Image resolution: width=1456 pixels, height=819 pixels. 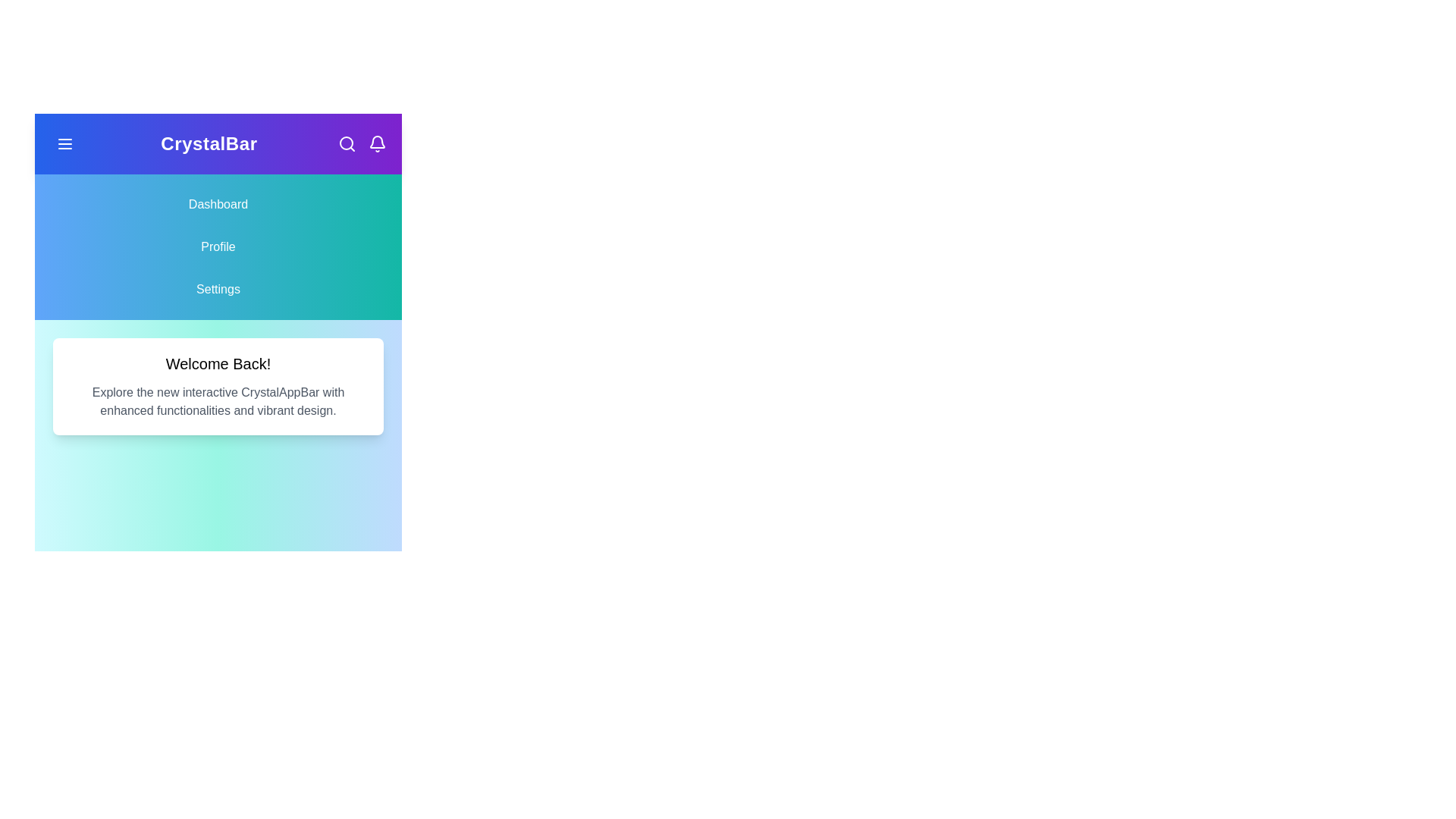 I want to click on the interactive element at search_icon, so click(x=346, y=143).